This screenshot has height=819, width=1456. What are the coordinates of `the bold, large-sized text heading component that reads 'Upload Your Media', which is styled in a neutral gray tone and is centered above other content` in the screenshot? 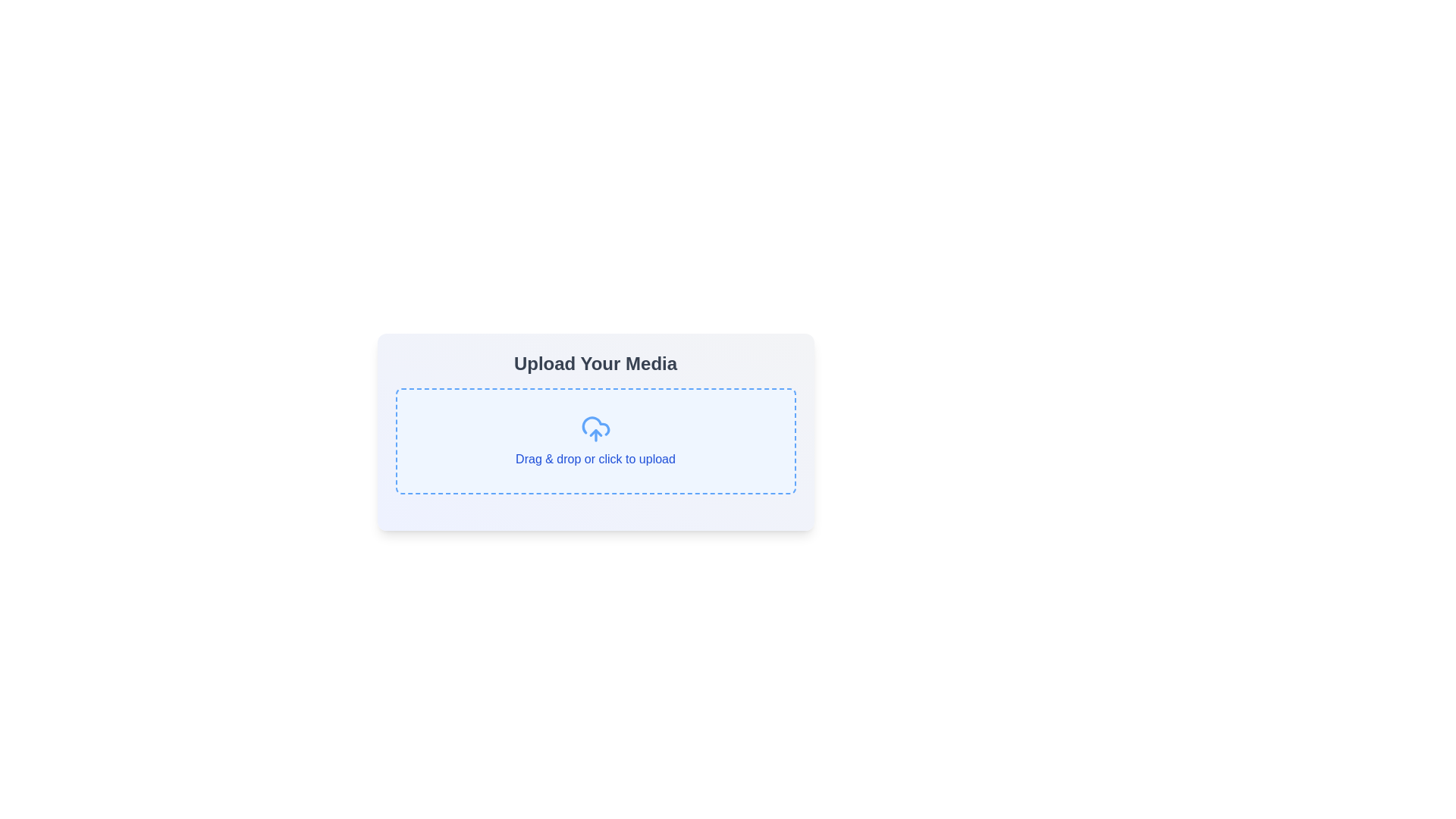 It's located at (595, 363).